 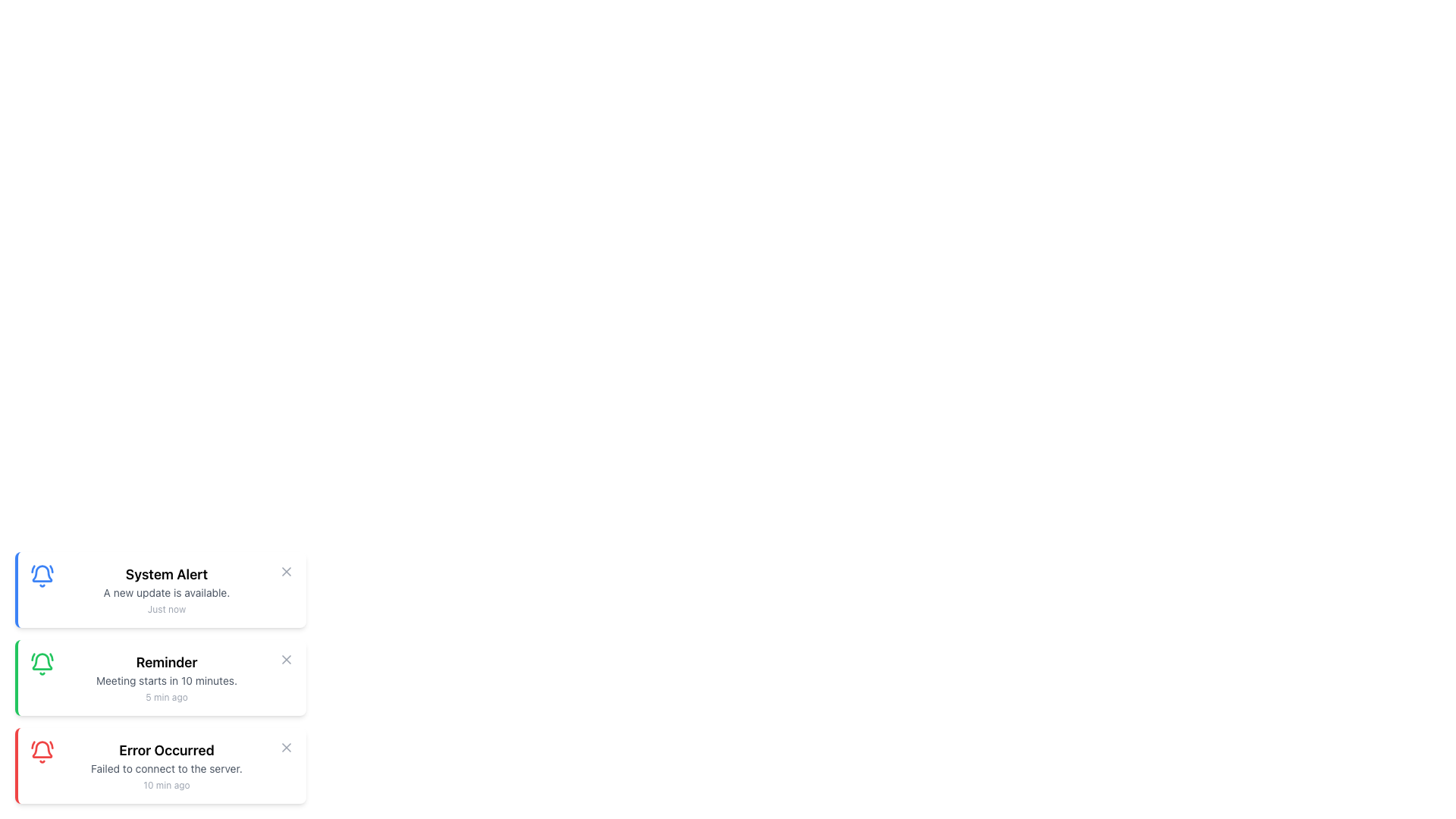 I want to click on the static text displaying 'Meeting starts in 10 minutes.' which is located between the title 'Reminder' and the timestamp '5 min ago' in the notification card, so click(x=167, y=680).